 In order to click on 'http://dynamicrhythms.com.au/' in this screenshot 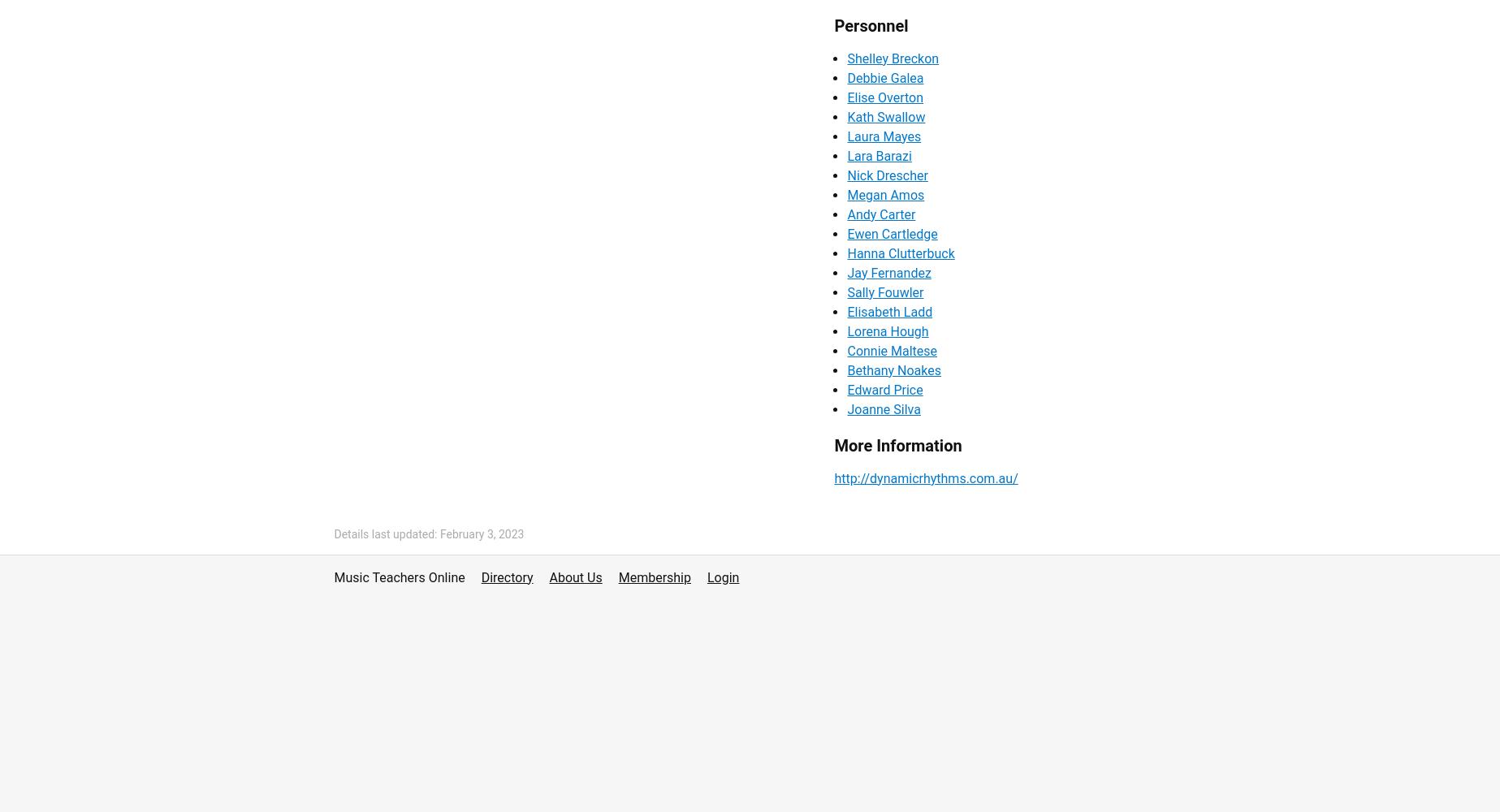, I will do `click(924, 477)`.